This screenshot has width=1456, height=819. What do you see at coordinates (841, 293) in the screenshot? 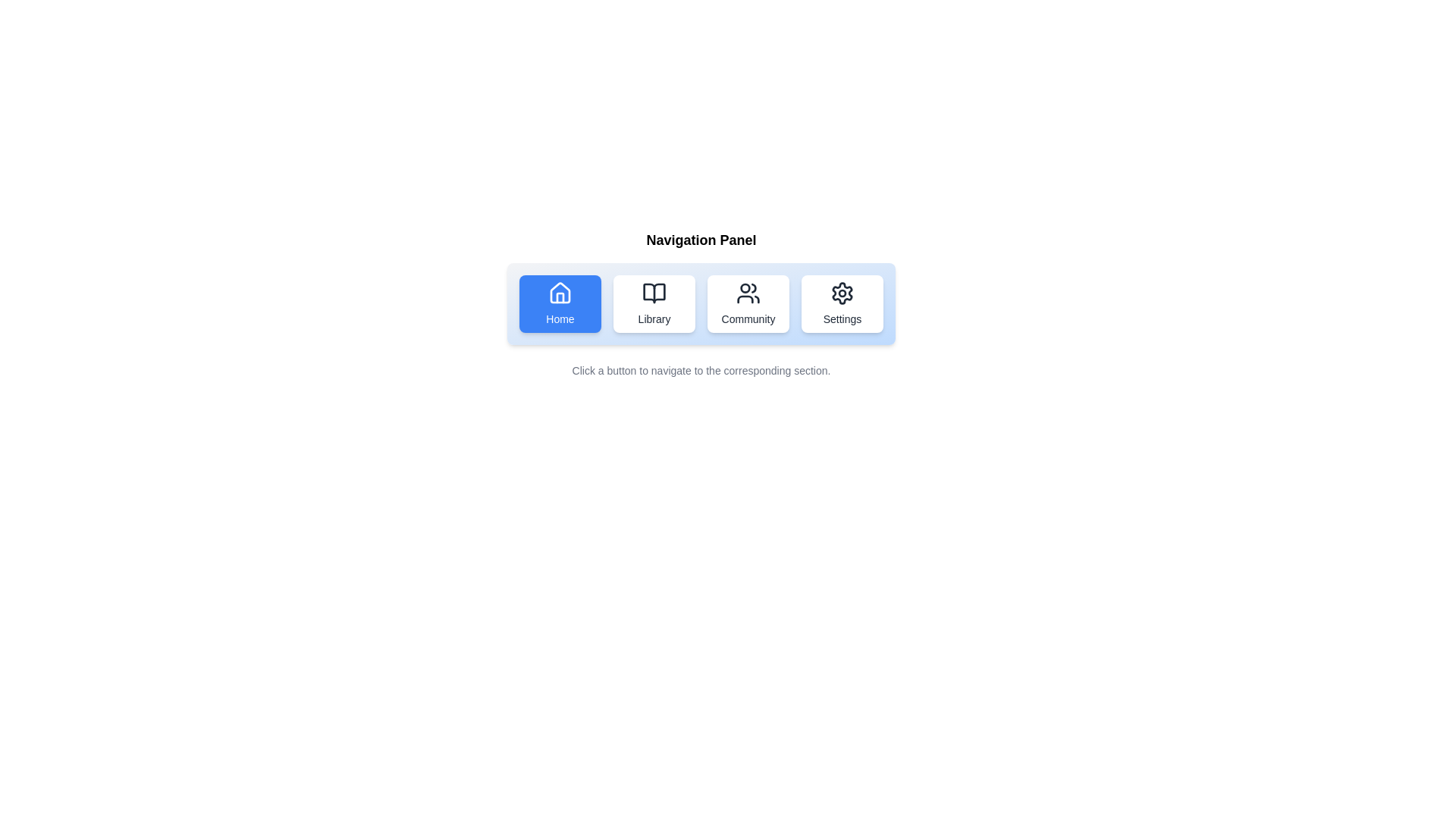
I see `the 'Settings' icon located centrally above the 'Settings' text, which is the last item in a row of four navigational buttons in the navigation panel` at bounding box center [841, 293].